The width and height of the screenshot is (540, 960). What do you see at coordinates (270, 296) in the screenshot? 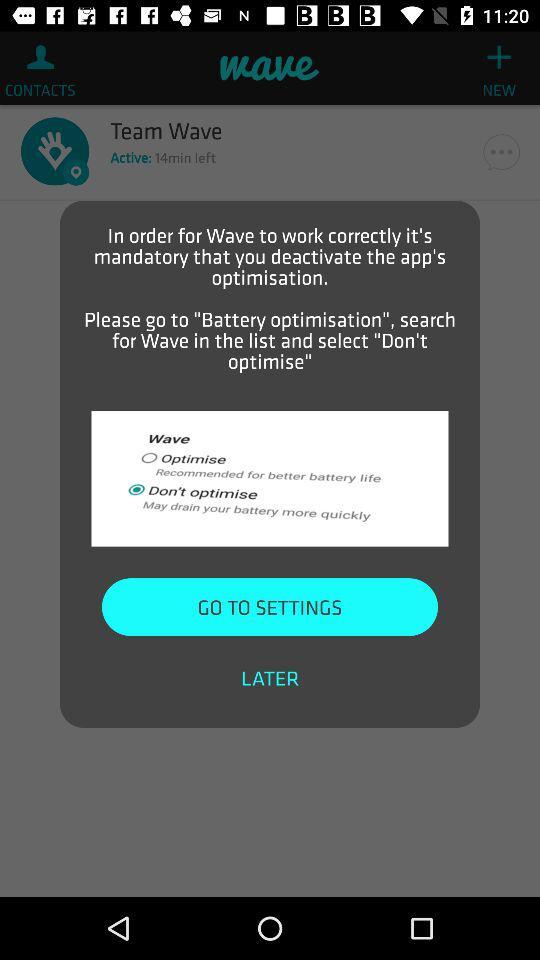
I see `the in order for item` at bounding box center [270, 296].